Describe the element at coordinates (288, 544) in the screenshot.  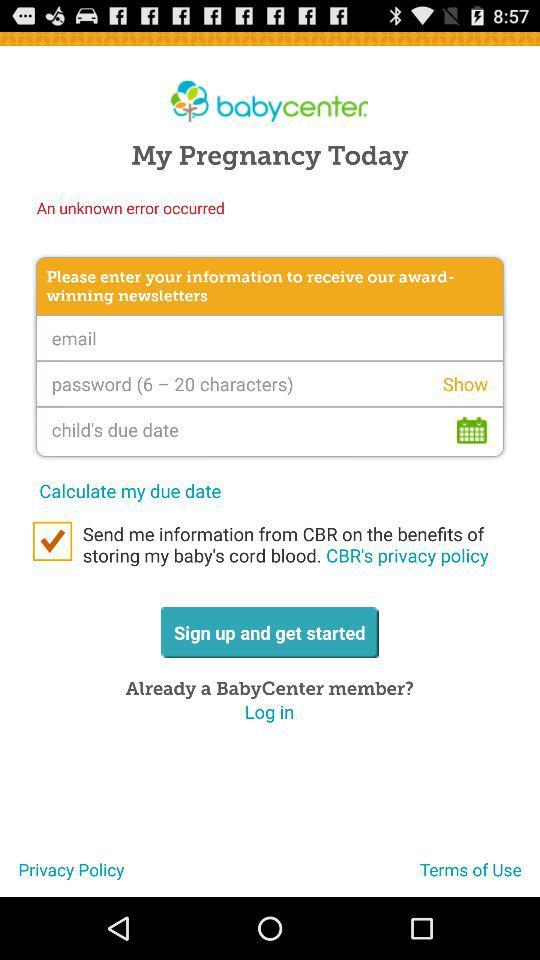
I see `icon below calculate my due item` at that location.